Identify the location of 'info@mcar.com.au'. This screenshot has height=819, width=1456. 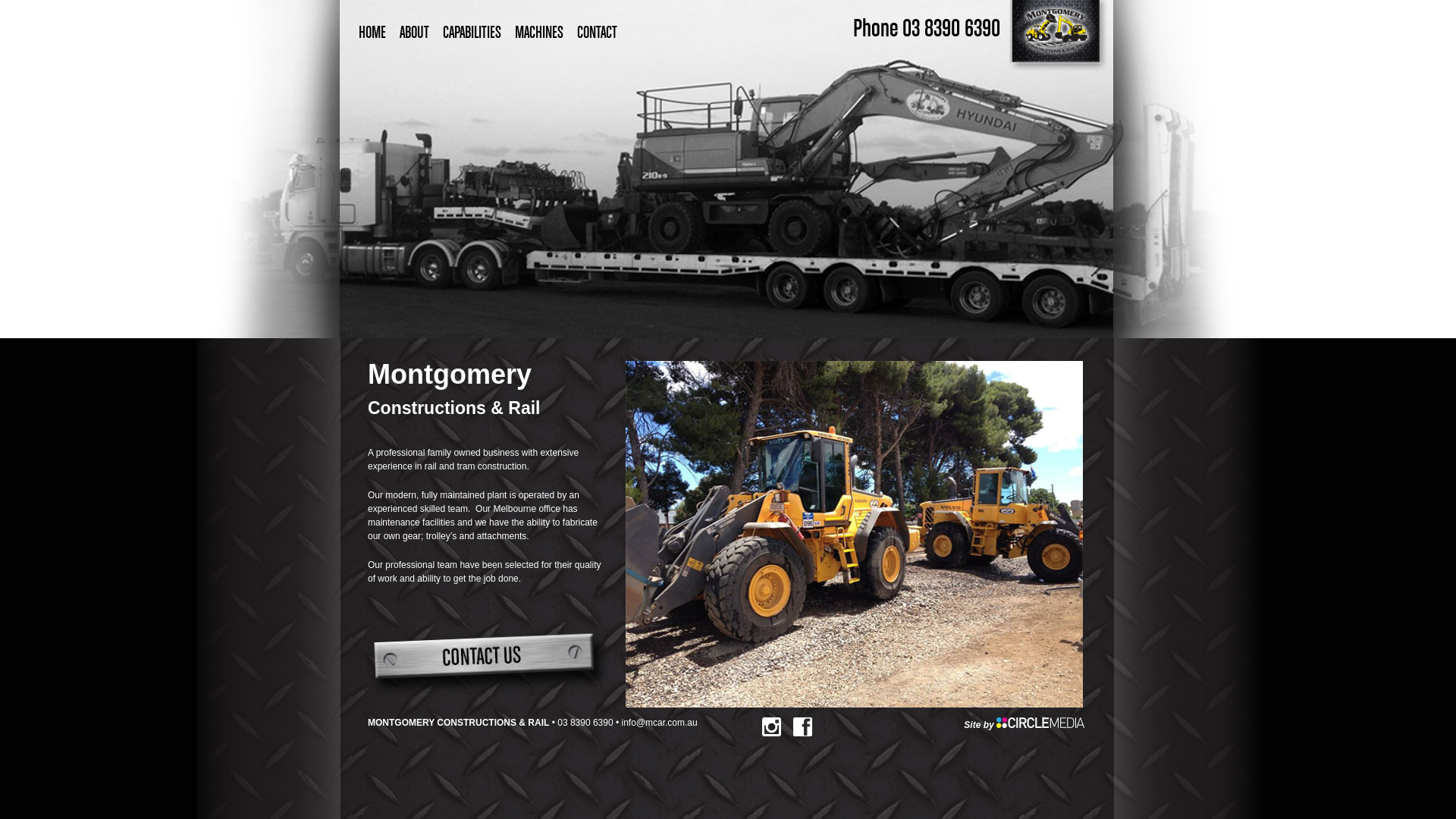
(622, 721).